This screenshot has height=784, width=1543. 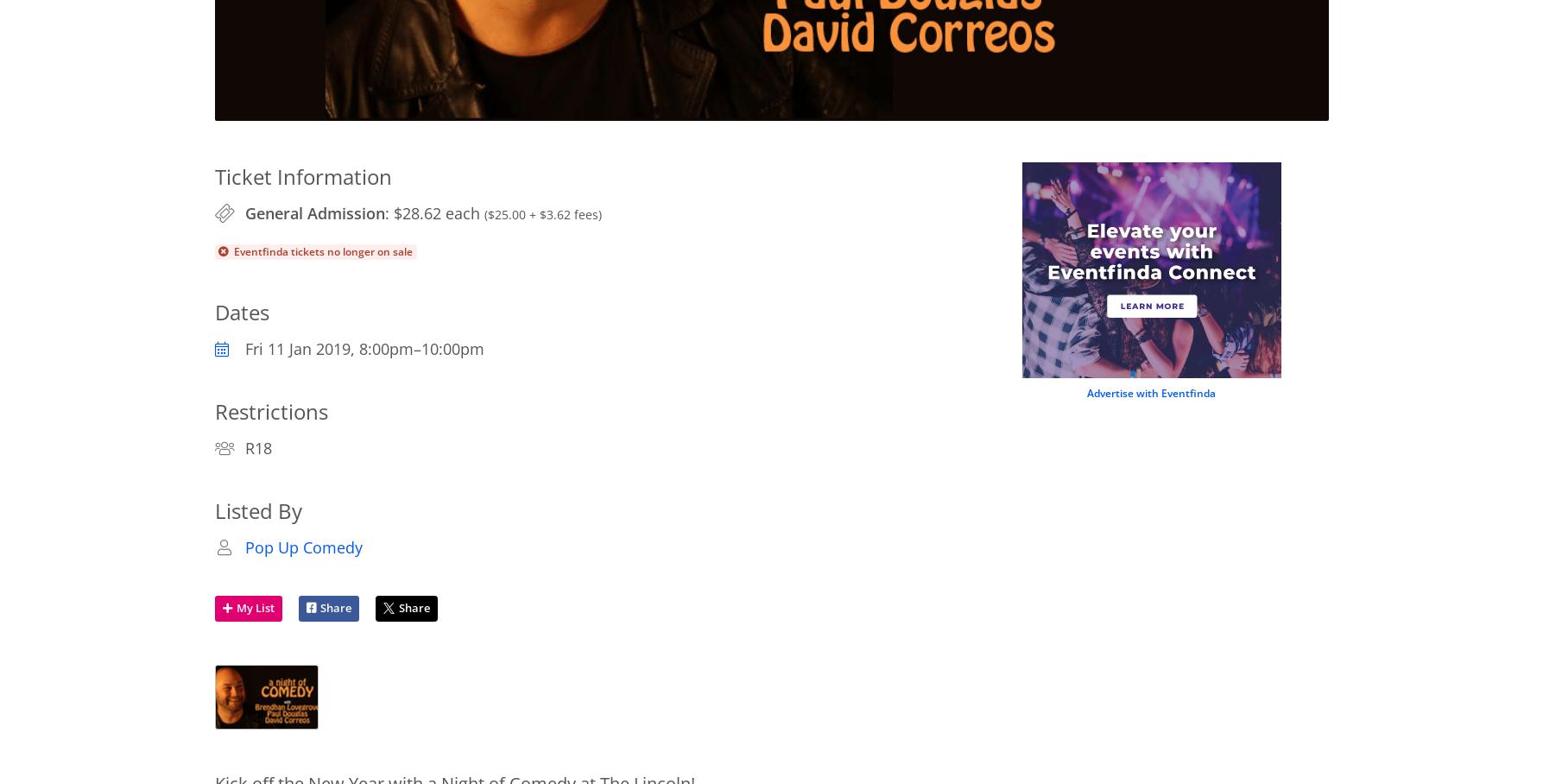 I want to click on 'Ticket Information', so click(x=301, y=176).